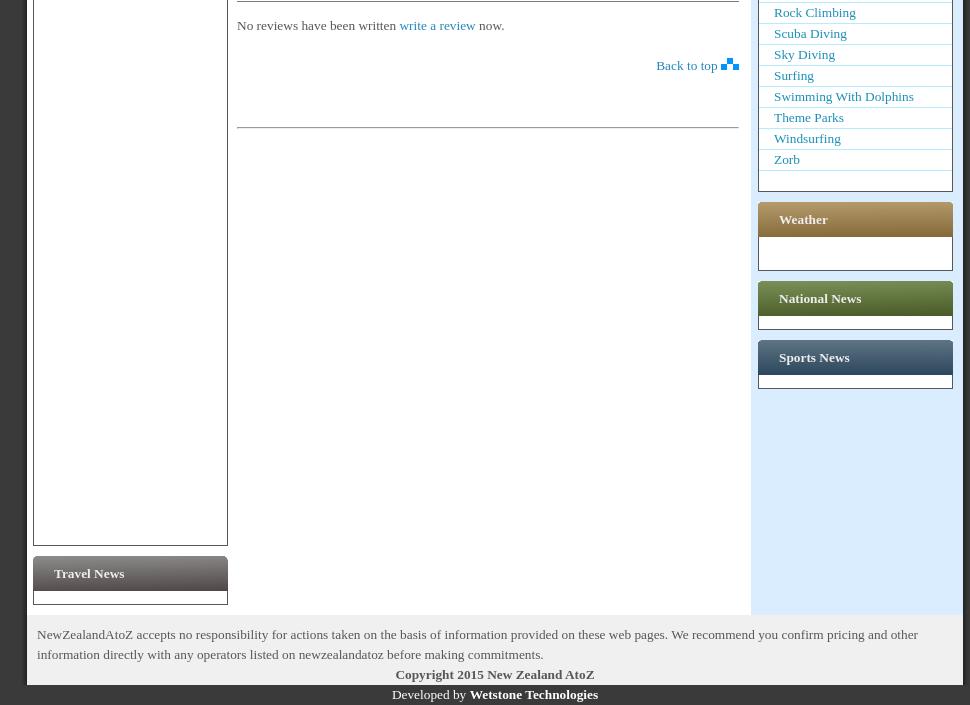 The height and width of the screenshot is (705, 970). I want to click on 'Rock Climbing', so click(772, 11).